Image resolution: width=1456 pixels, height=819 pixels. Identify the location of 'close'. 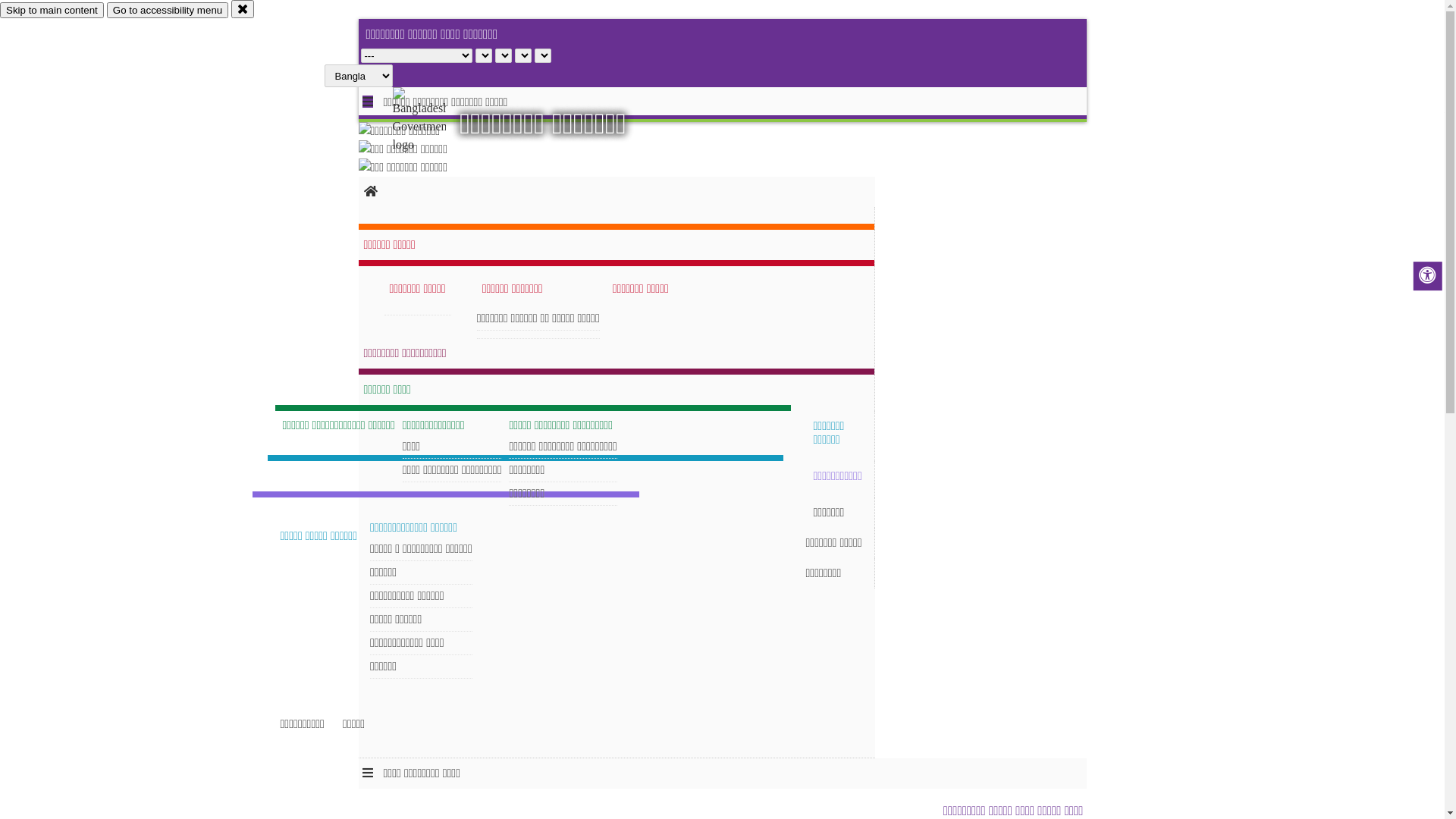
(231, 8).